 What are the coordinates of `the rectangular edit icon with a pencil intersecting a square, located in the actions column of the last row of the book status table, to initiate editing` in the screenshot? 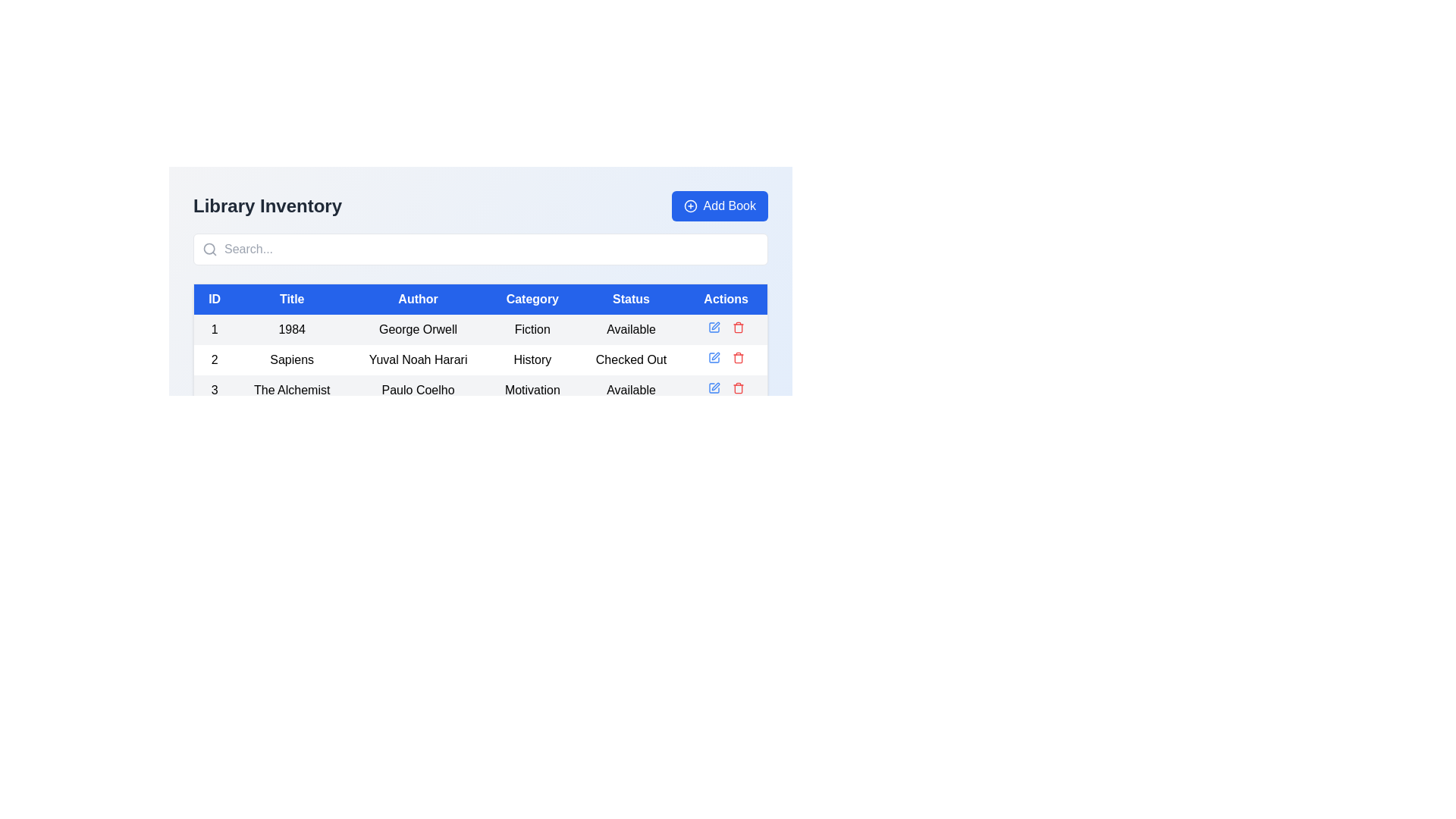 It's located at (713, 388).